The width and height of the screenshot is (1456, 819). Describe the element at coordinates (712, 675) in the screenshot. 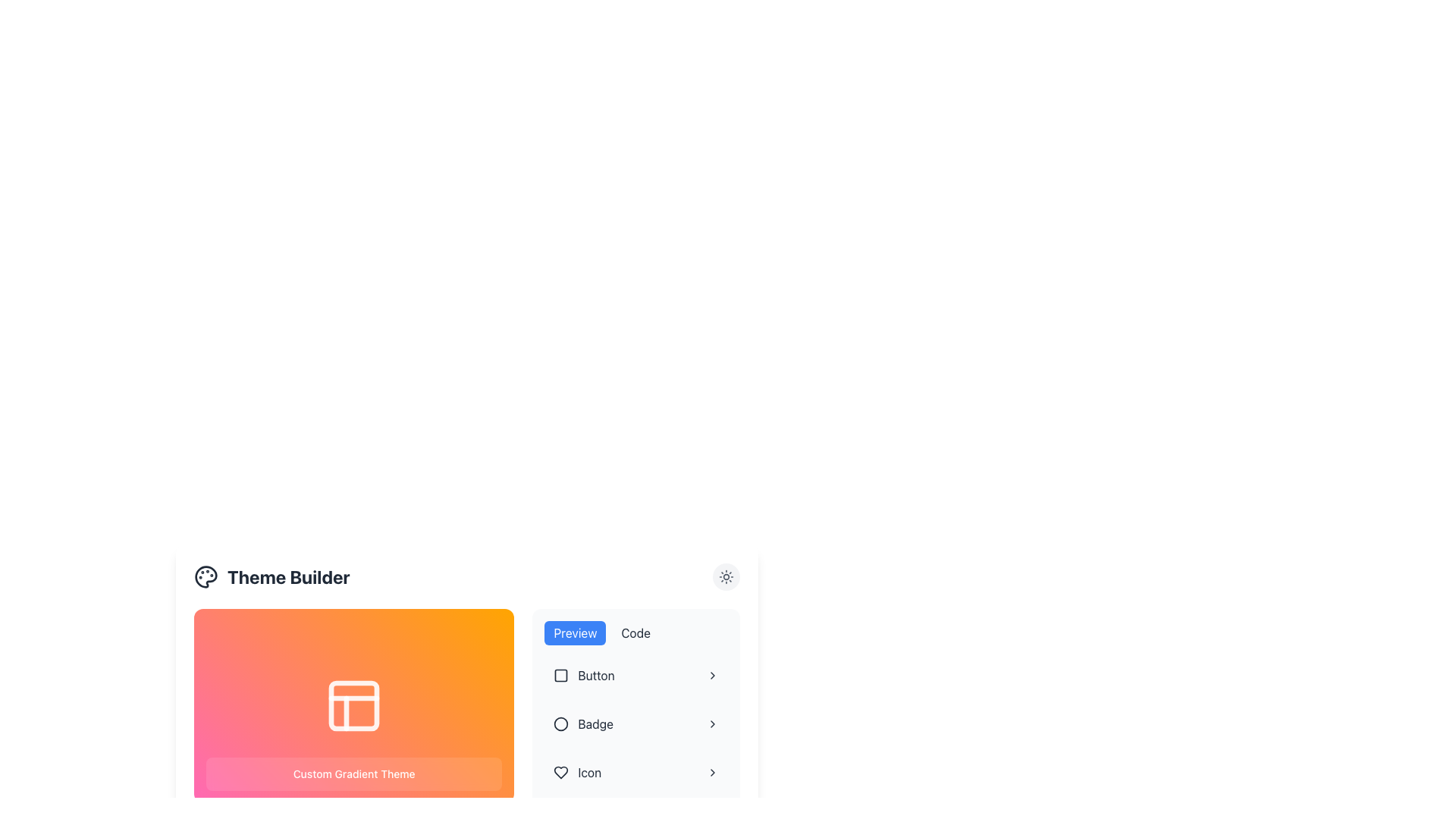

I see `the chevron icon pointing to the right, which is located as the rightmost element within a button labeled 'Button' below the 'Preview' and 'Code' options` at that location.